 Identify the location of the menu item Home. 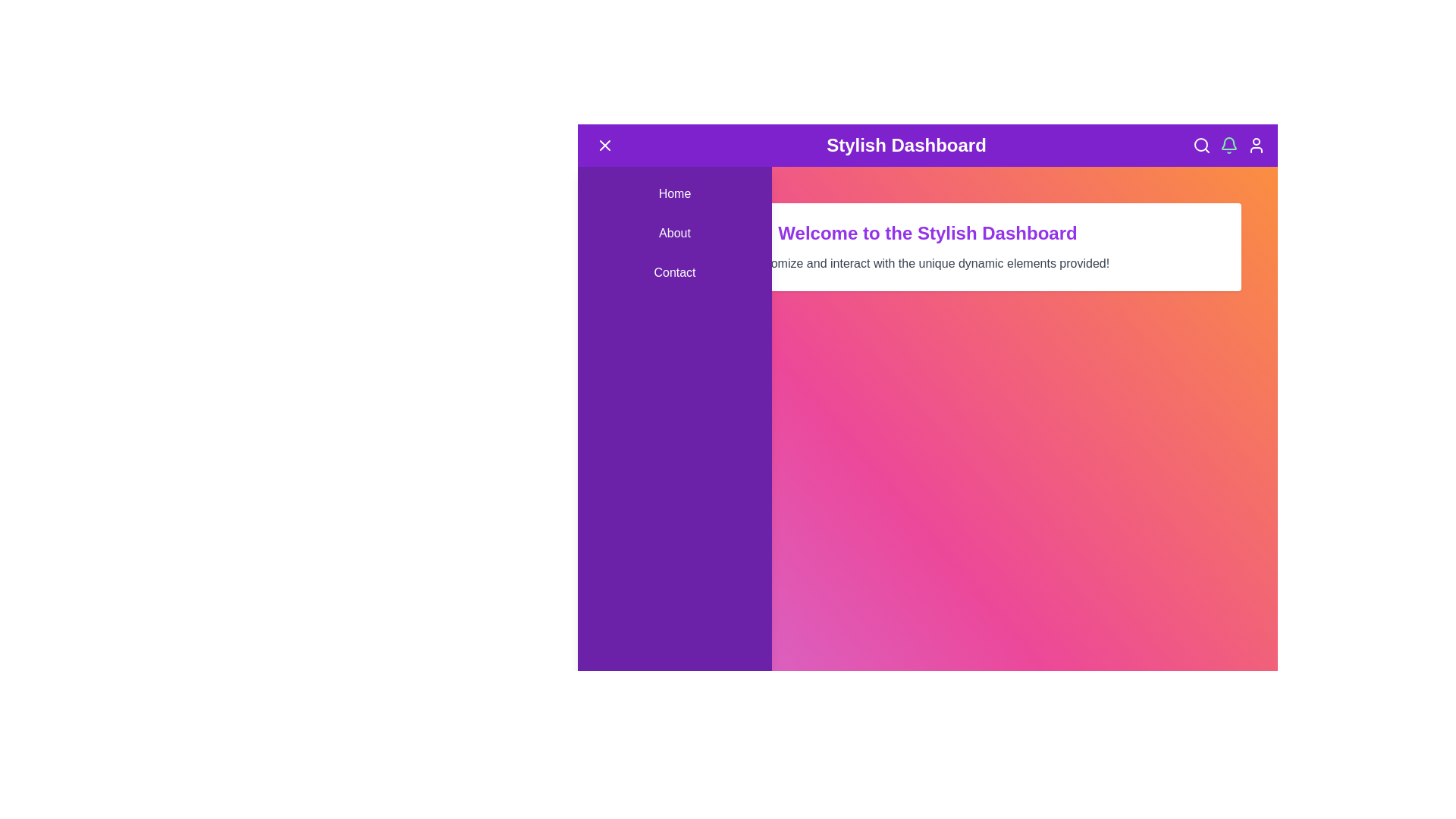
(673, 193).